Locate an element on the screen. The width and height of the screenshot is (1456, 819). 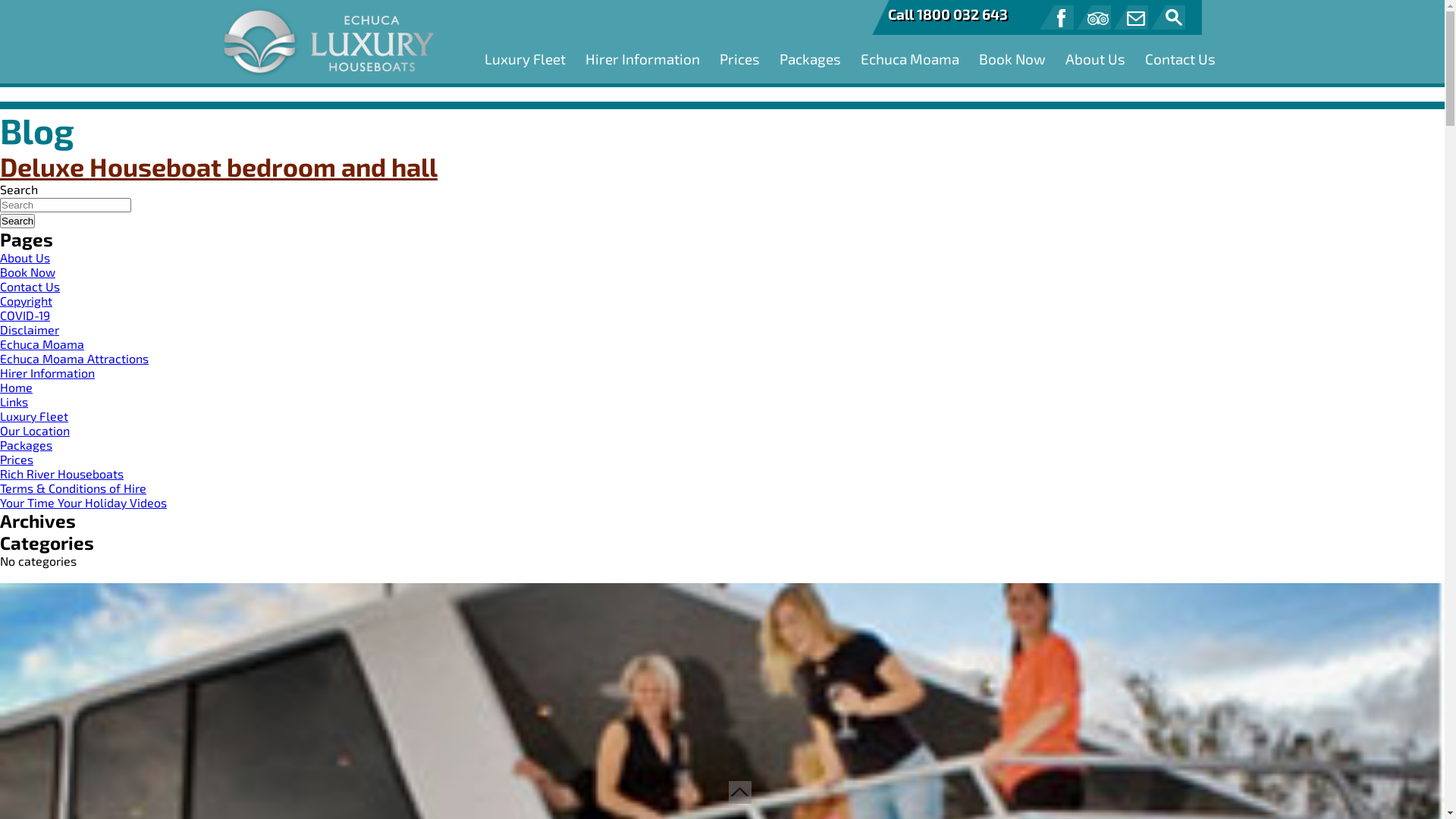
'Book Now' is located at coordinates (27, 271).